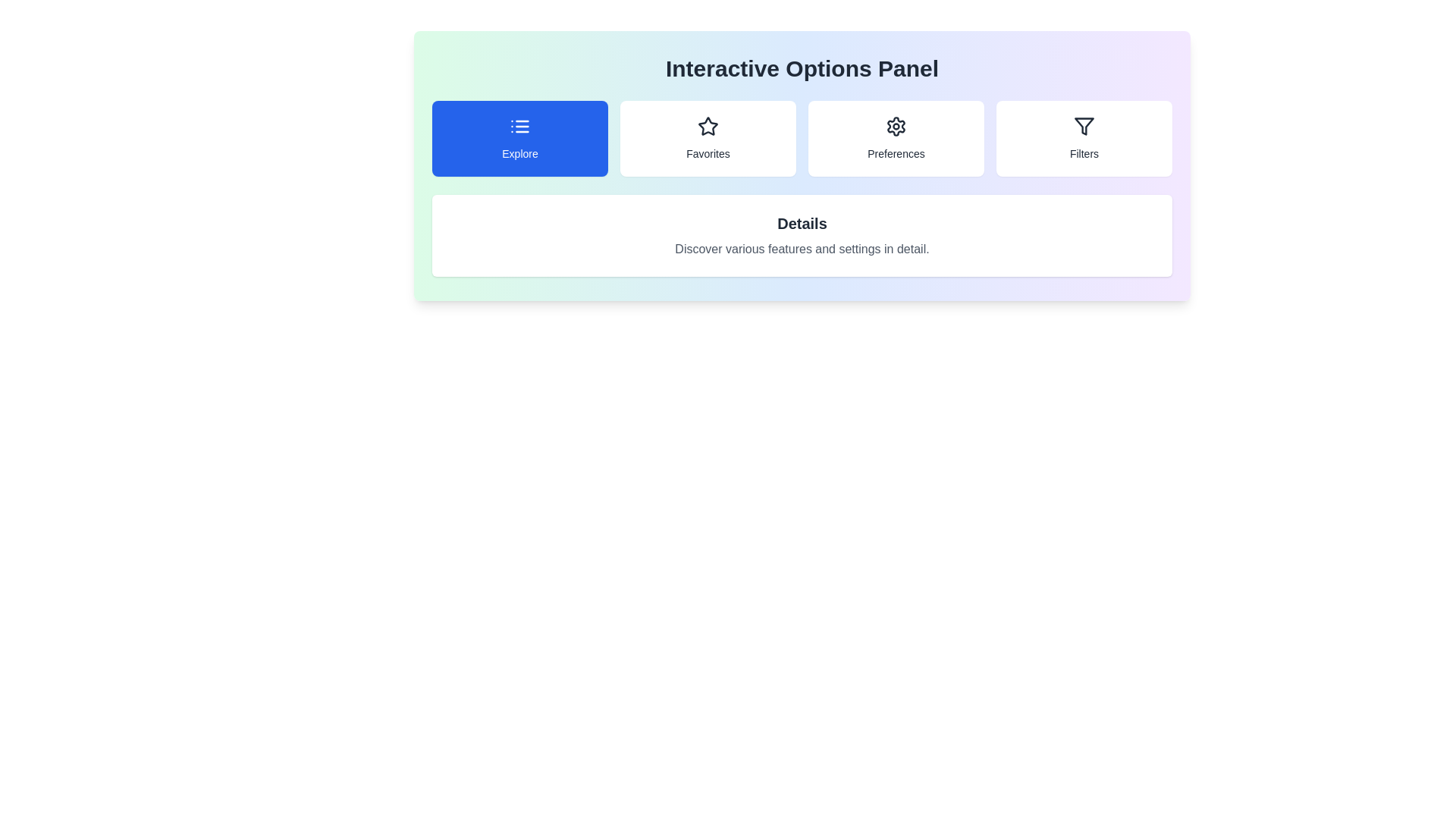  I want to click on the title or heading element that provides additional details, located above the descriptive text 'Discover various features and settings in detail.', so click(801, 223).